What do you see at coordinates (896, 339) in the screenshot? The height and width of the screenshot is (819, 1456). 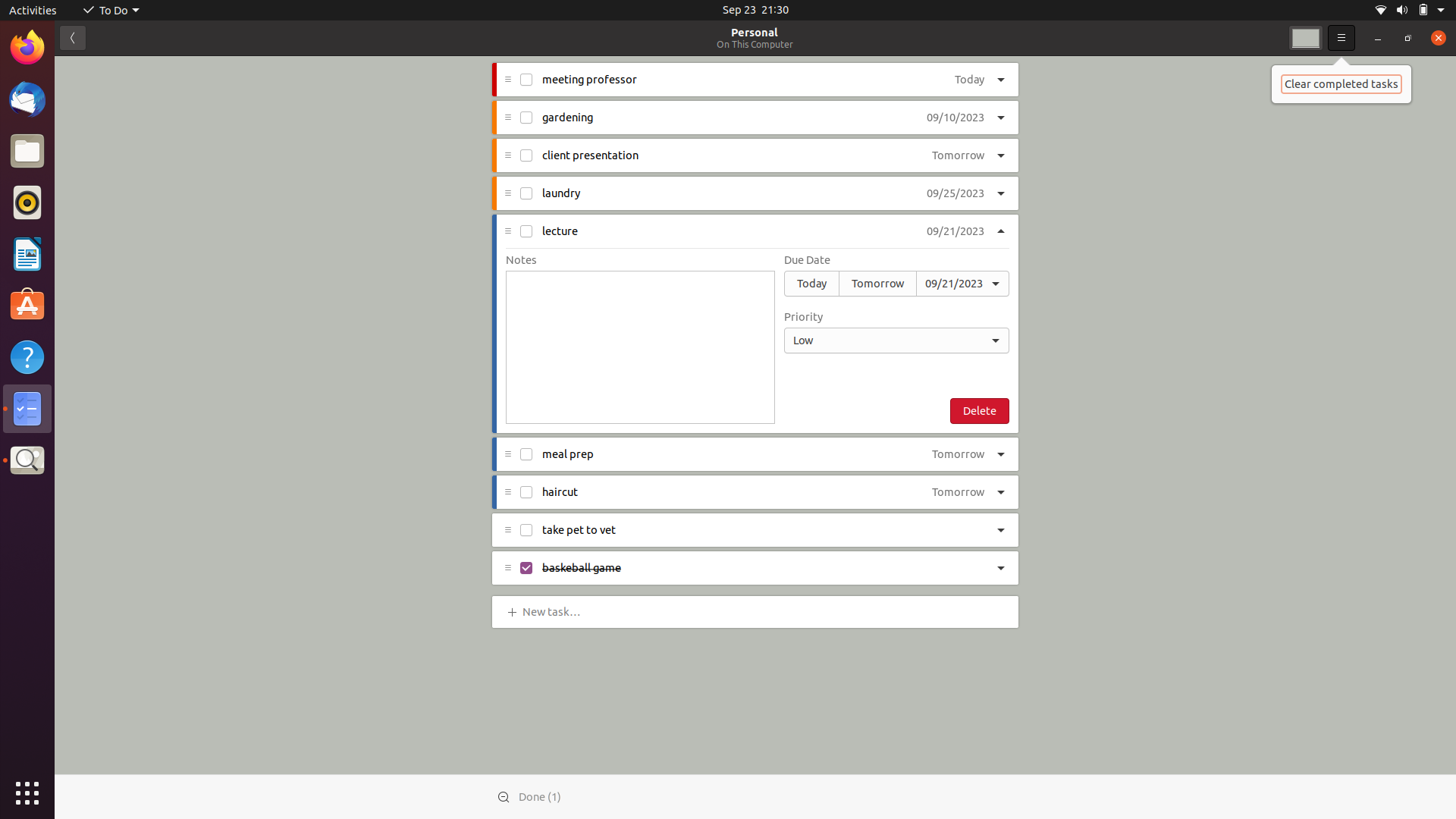 I see `Adjust the priority level of a lecture` at bounding box center [896, 339].